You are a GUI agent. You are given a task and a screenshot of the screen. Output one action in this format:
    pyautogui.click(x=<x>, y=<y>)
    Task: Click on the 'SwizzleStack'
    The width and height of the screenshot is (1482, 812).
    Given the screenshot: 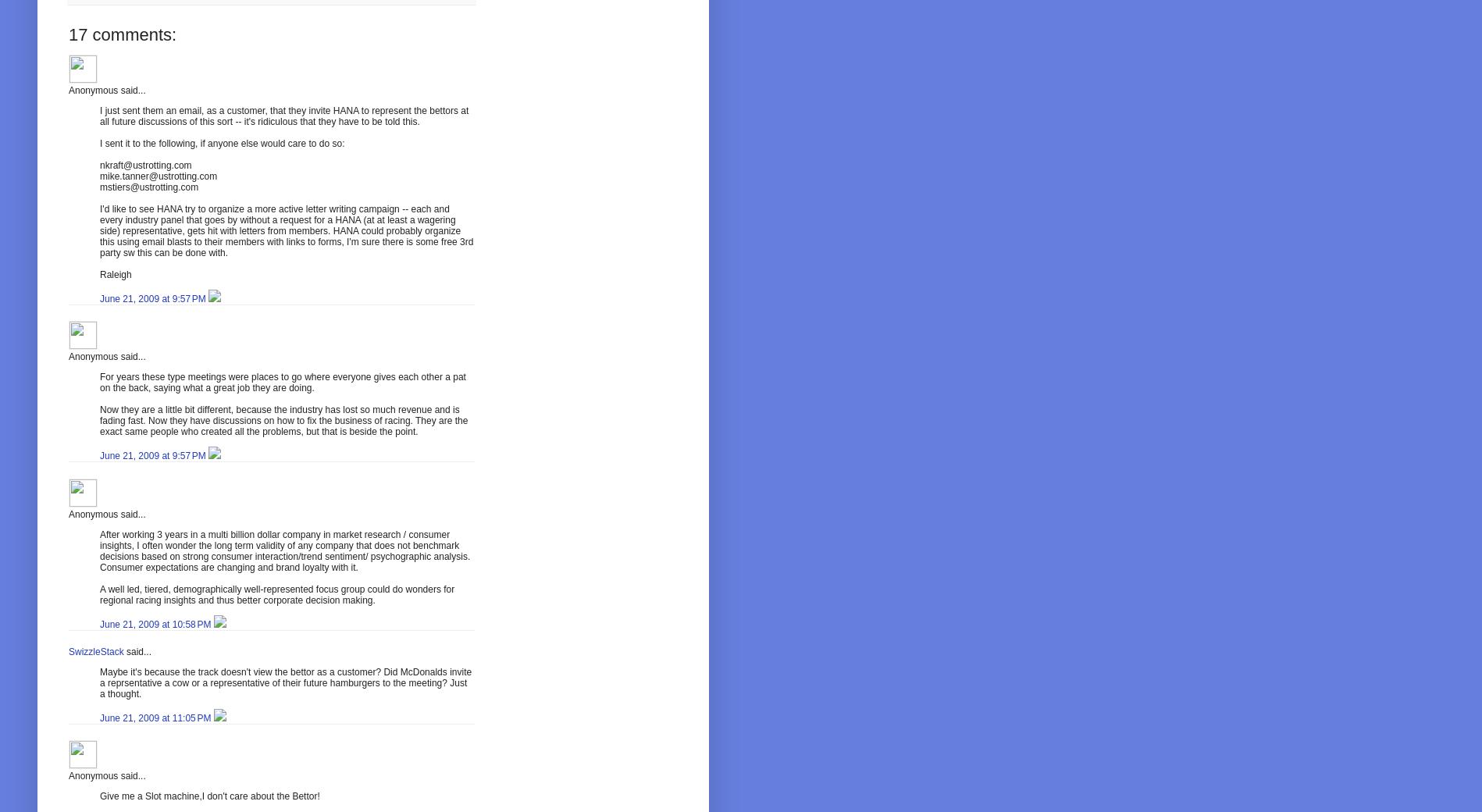 What is the action you would take?
    pyautogui.click(x=95, y=651)
    